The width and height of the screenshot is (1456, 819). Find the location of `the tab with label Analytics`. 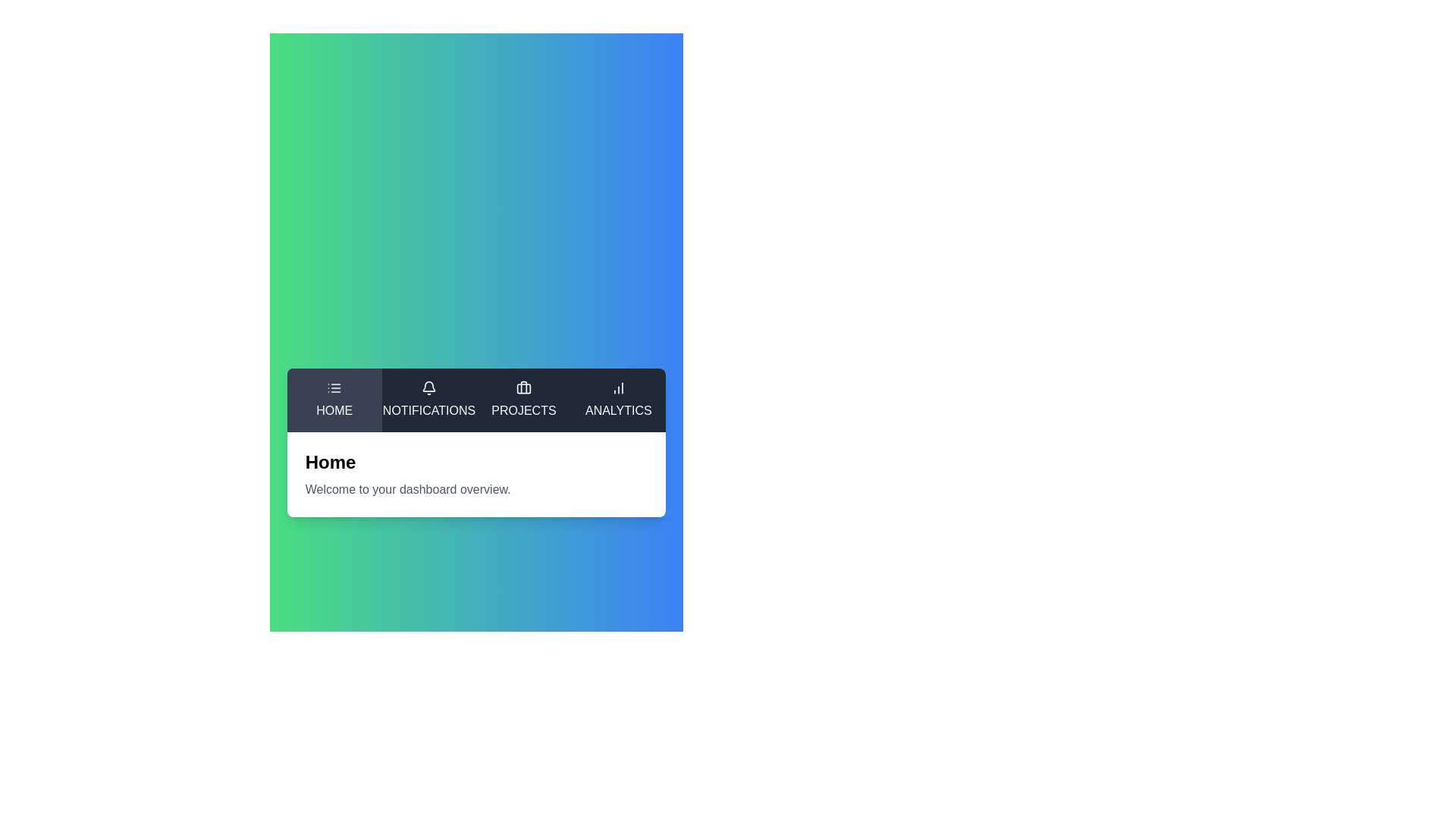

the tab with label Analytics is located at coordinates (619, 400).